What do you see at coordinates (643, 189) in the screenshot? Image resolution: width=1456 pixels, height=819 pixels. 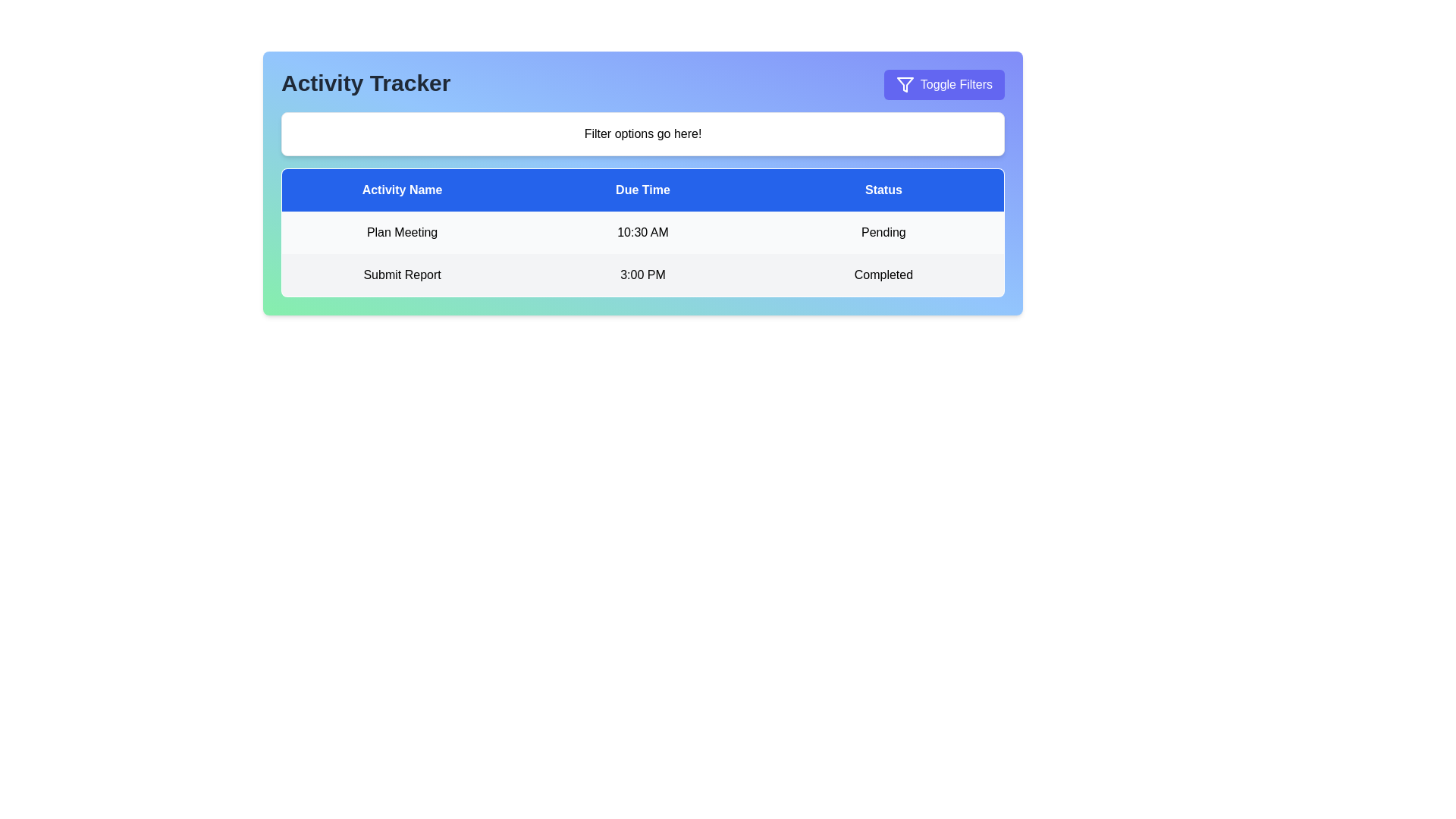 I see `the 'Due Time' column header in the table to sort the tasks by their due times` at bounding box center [643, 189].